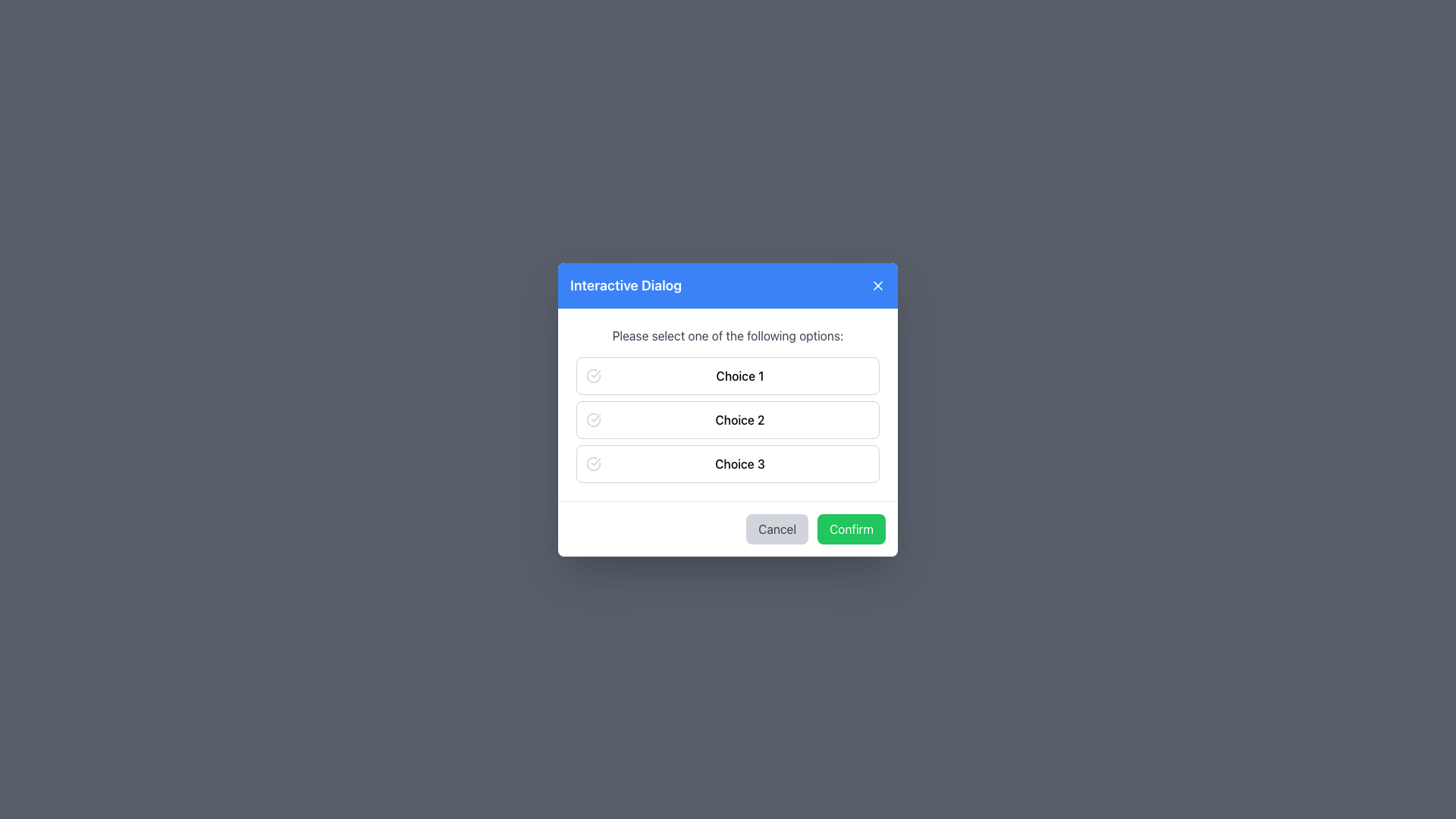 The width and height of the screenshot is (1456, 819). Describe the element at coordinates (728, 462) in the screenshot. I see `the third selectable list item in the dialog box` at that location.